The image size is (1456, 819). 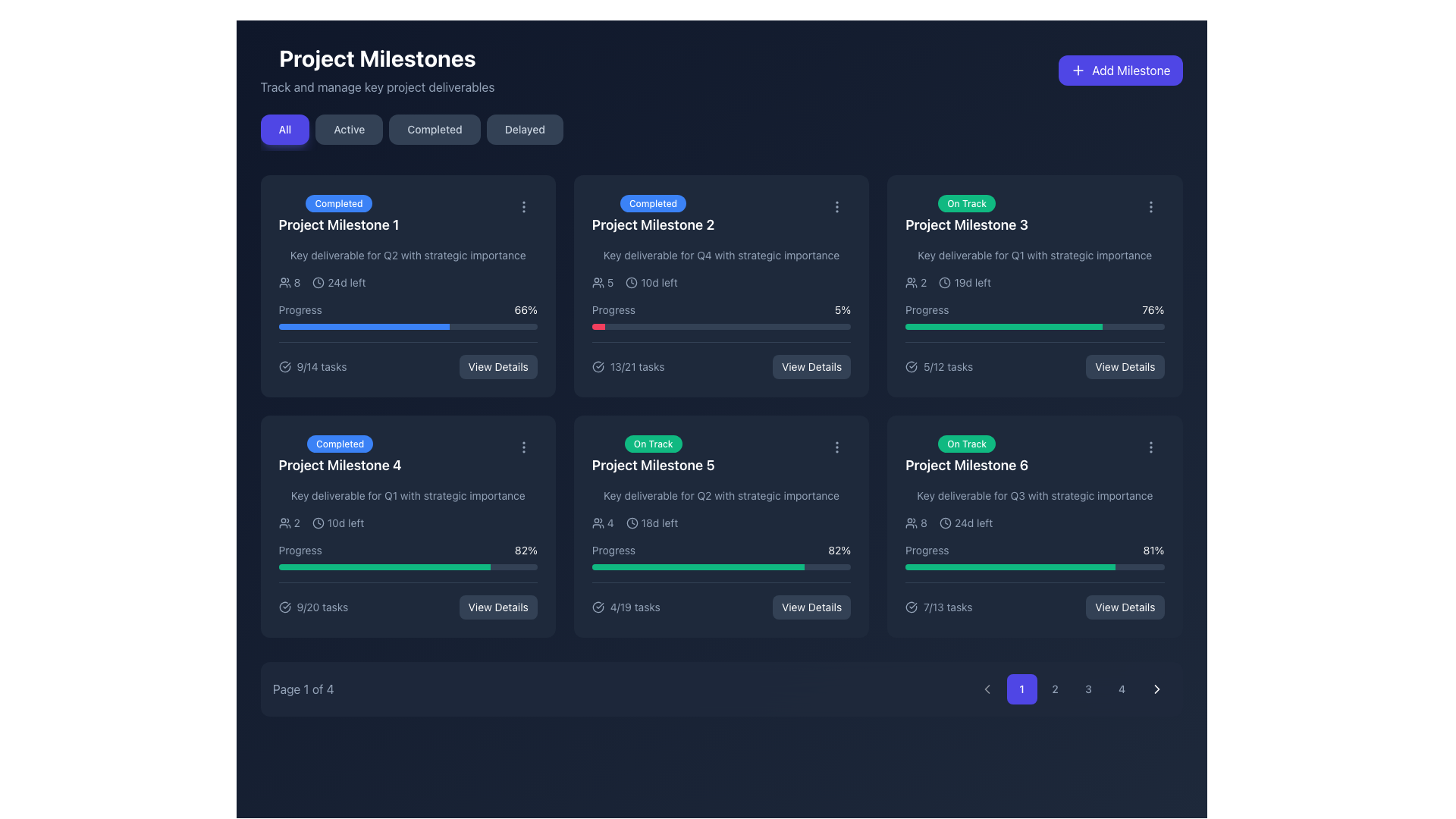 I want to click on the clock icon located next to the text '10d left' in the card labeled 'Project Milestone 2', so click(x=632, y=283).